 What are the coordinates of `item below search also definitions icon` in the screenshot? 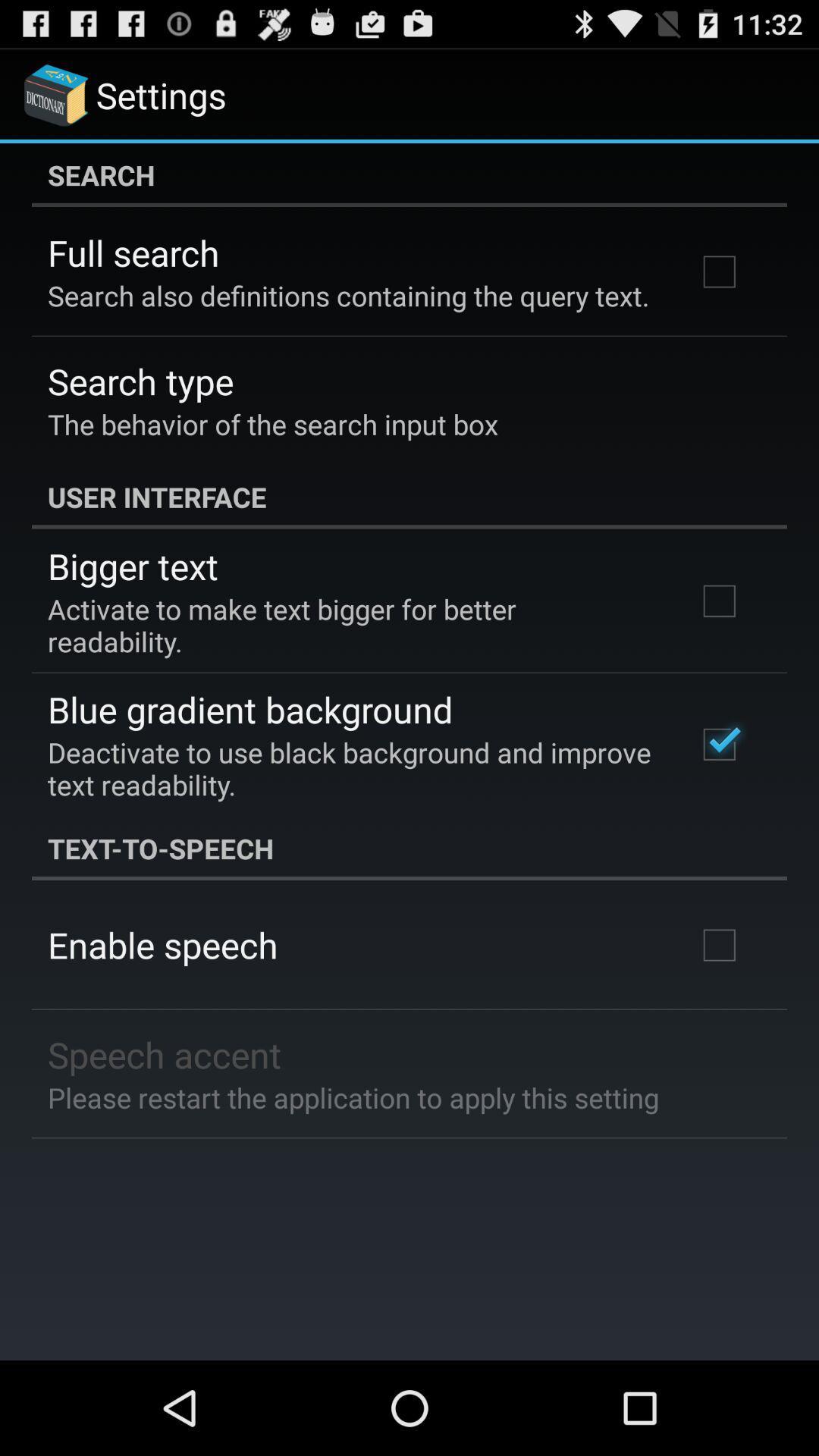 It's located at (140, 381).